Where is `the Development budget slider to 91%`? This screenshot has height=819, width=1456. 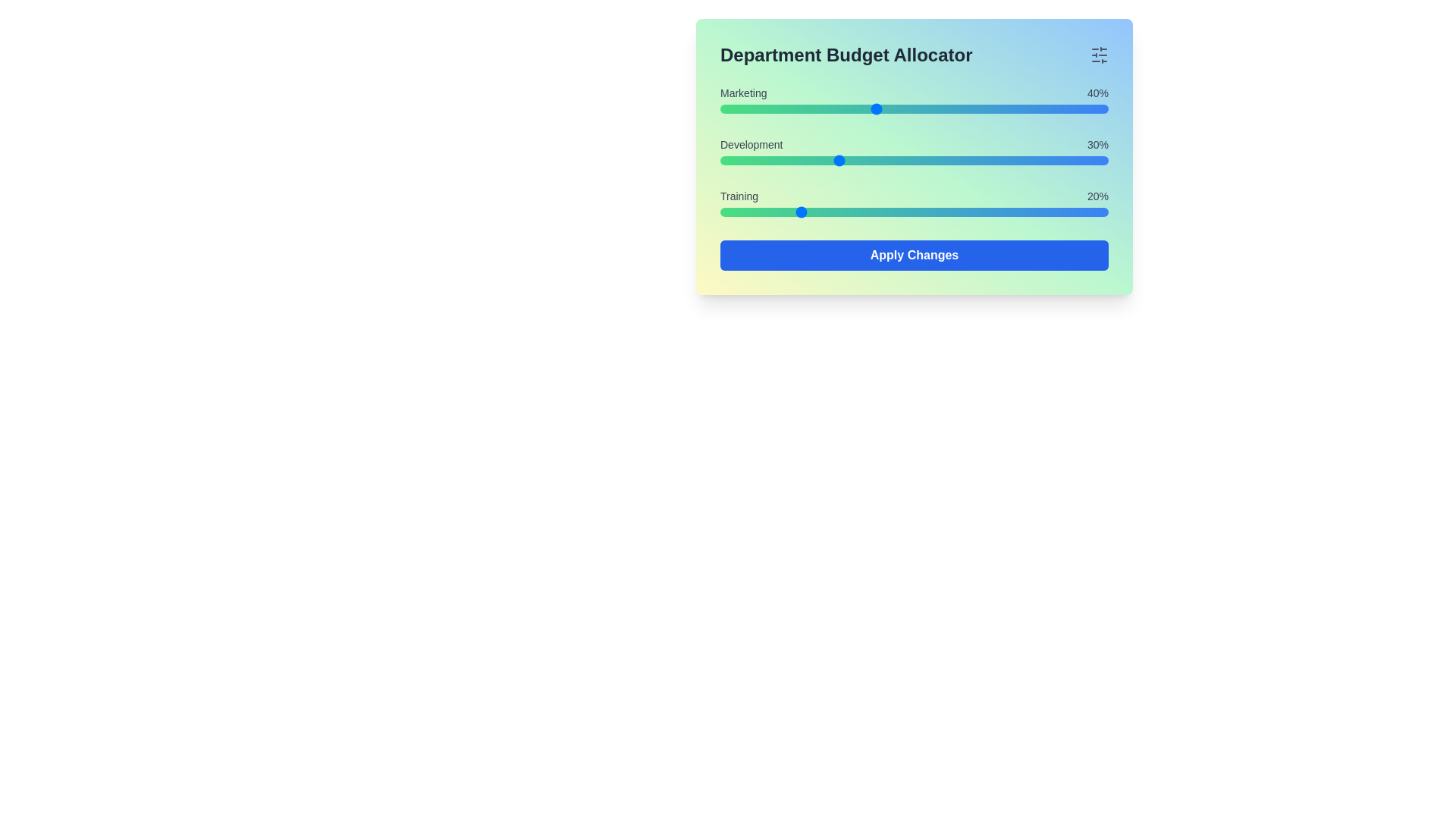 the Development budget slider to 91% is located at coordinates (1073, 161).